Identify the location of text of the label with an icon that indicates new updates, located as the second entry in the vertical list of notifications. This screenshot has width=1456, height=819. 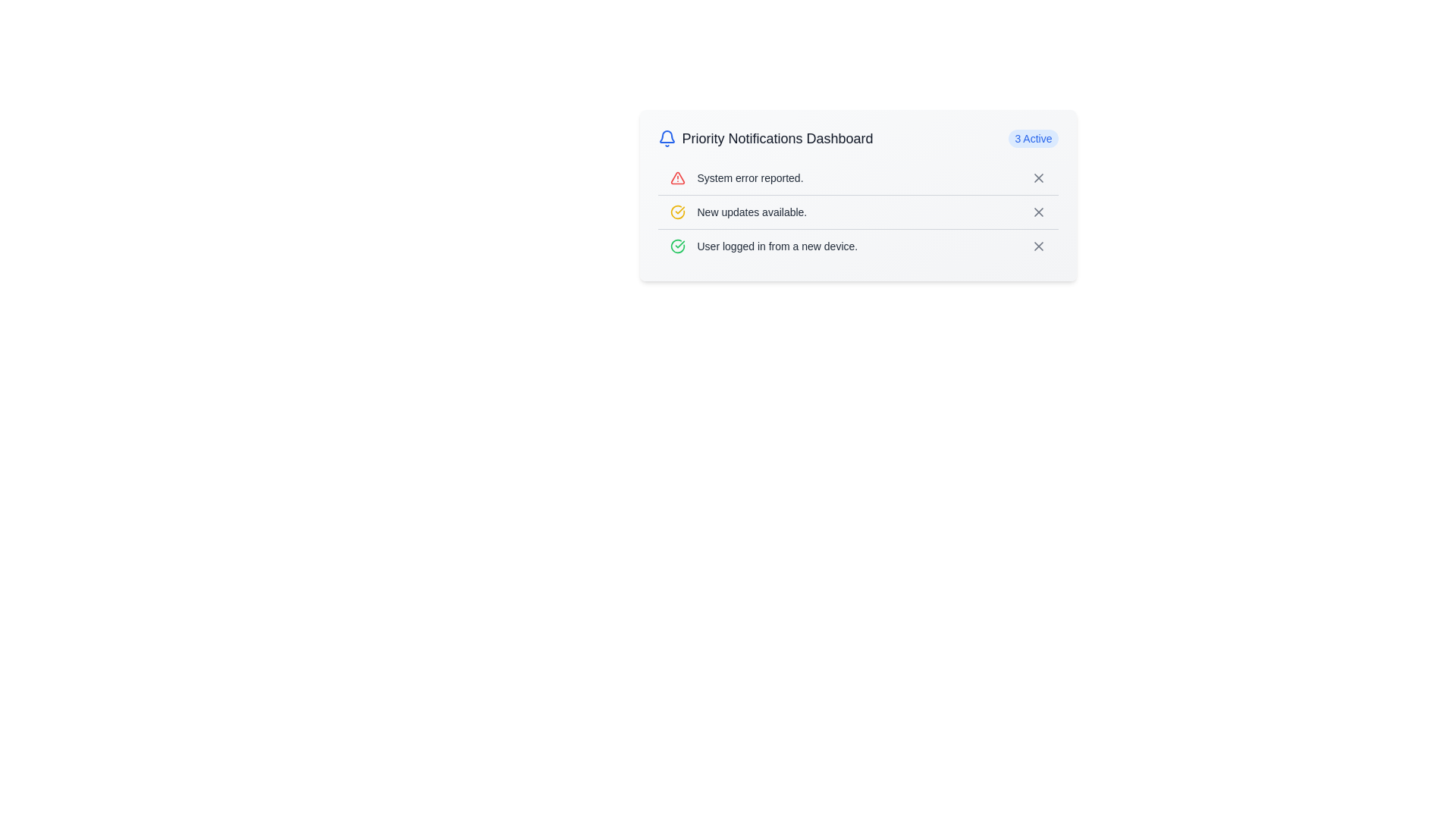
(738, 212).